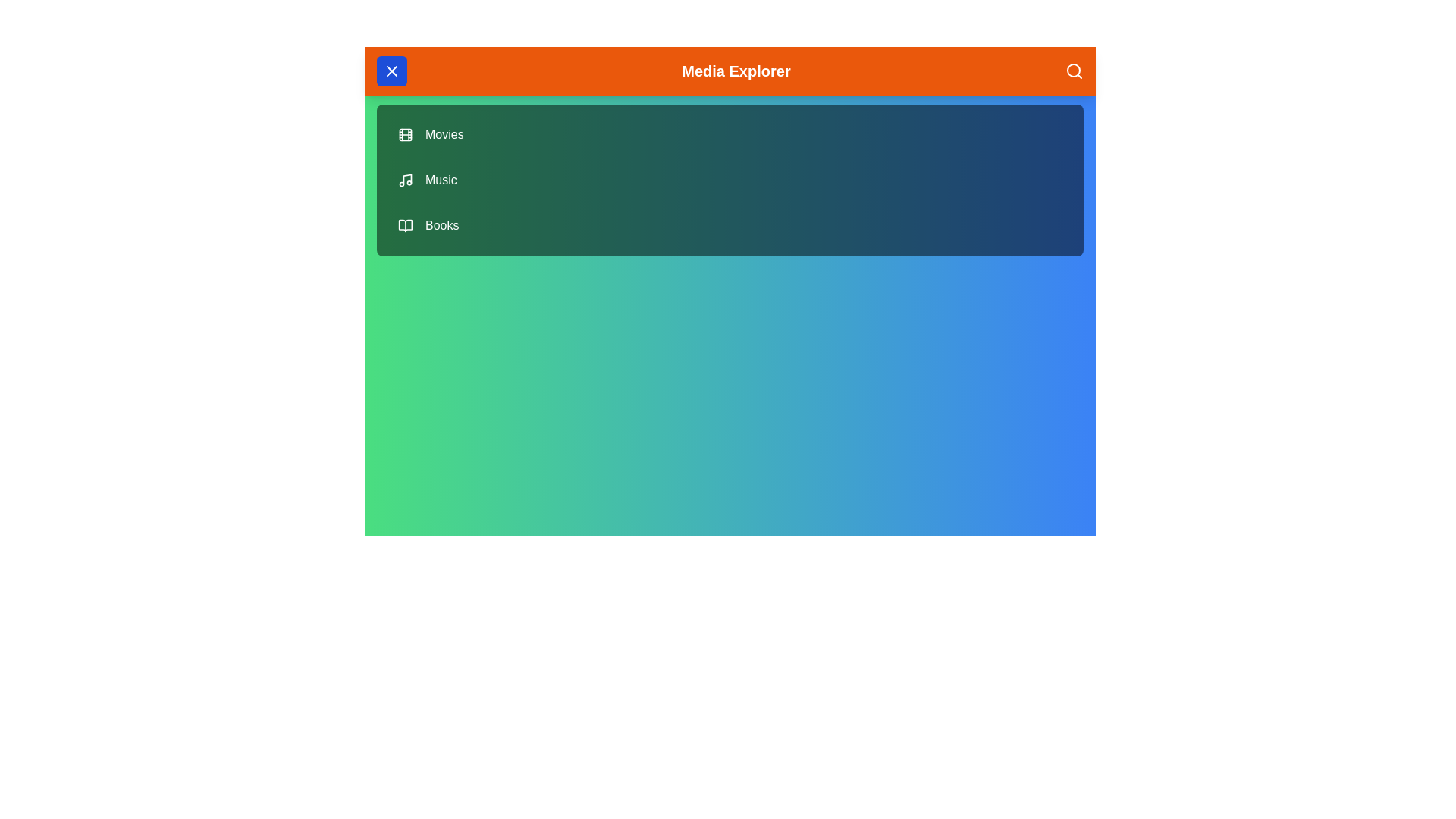 The height and width of the screenshot is (819, 1456). Describe the element at coordinates (1073, 71) in the screenshot. I see `the search icon` at that location.